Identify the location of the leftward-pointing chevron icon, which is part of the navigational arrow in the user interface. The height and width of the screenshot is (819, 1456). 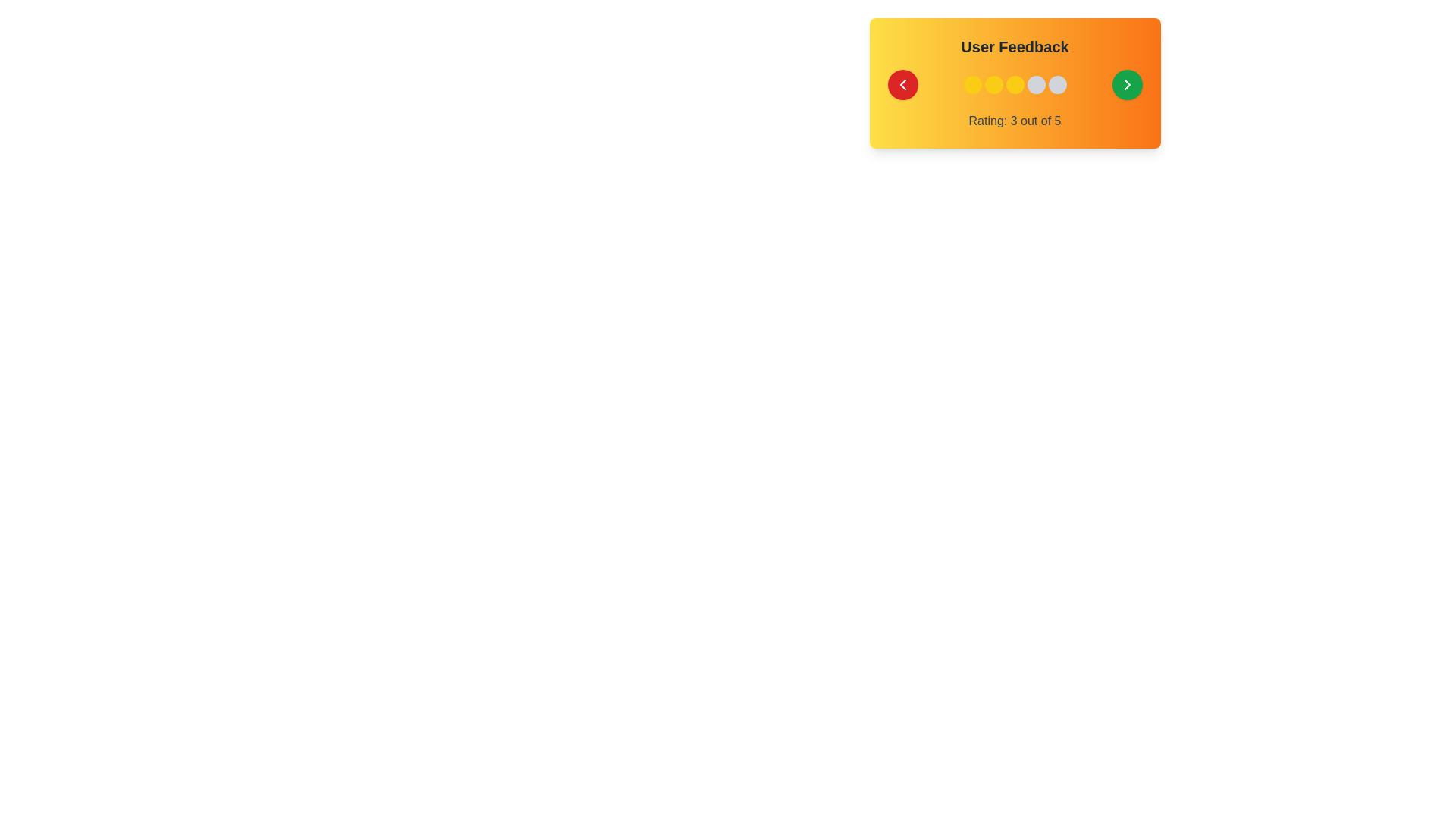
(902, 84).